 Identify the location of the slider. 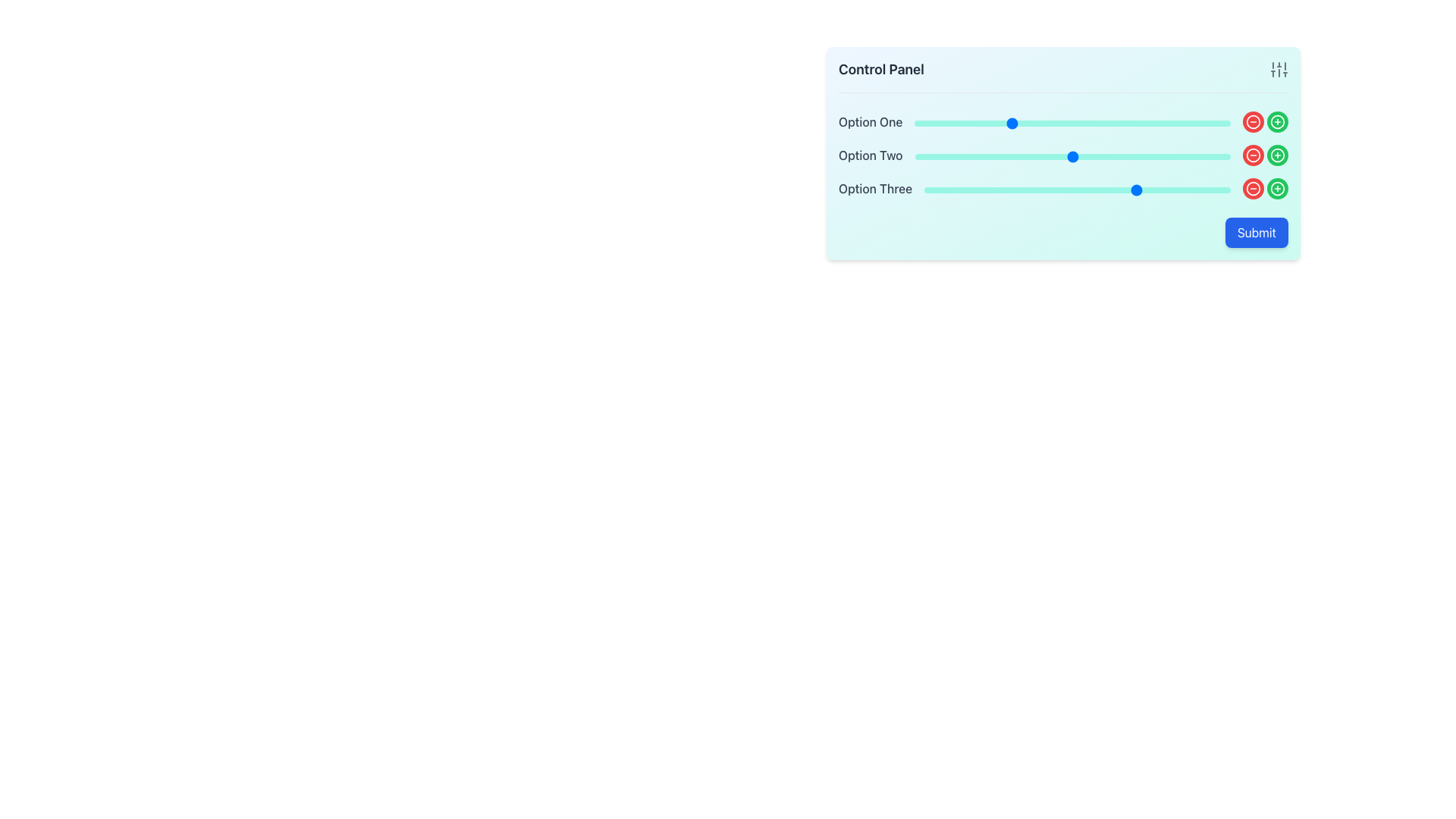
(1185, 122).